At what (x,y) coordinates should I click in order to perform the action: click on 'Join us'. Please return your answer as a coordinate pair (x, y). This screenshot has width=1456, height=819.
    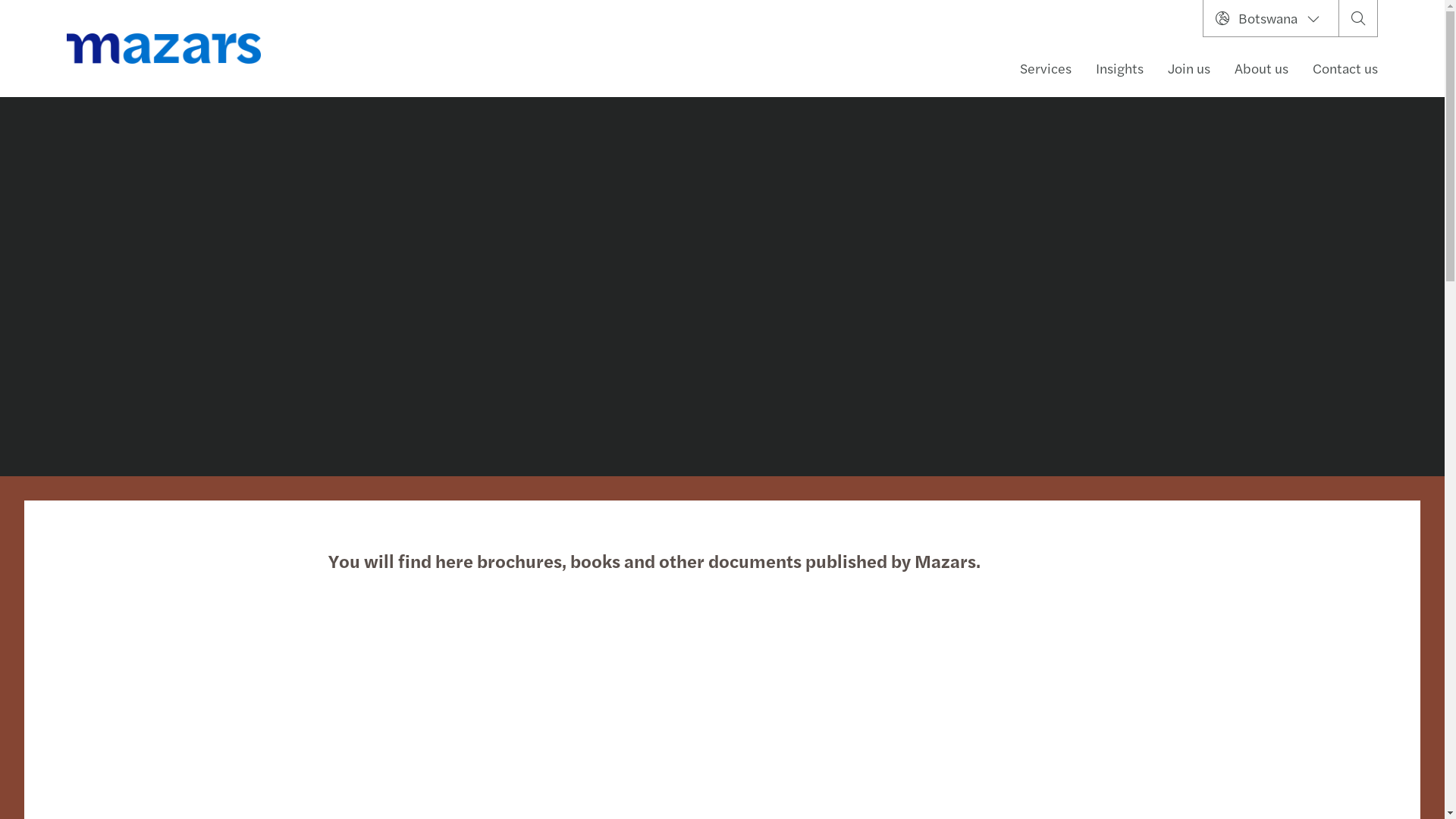
    Looking at the image, I should click on (1188, 67).